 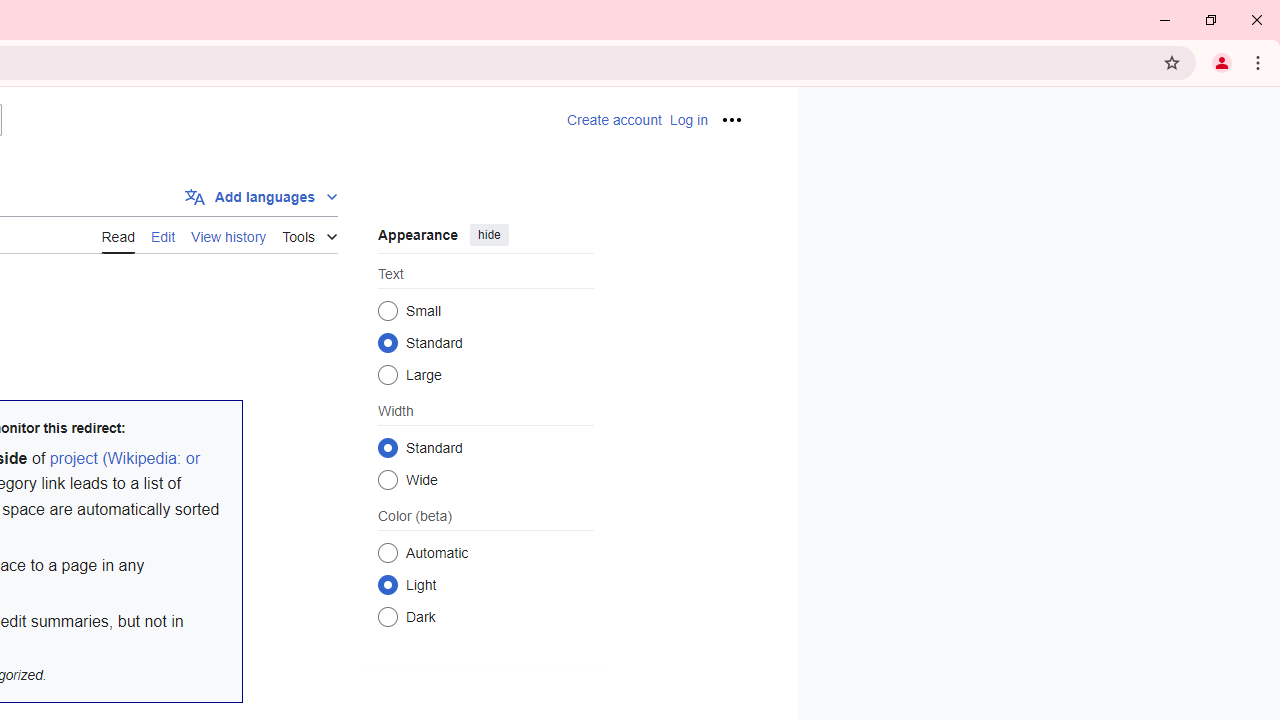 I want to click on 'AutomationID: pt-login-2', so click(x=688, y=120).